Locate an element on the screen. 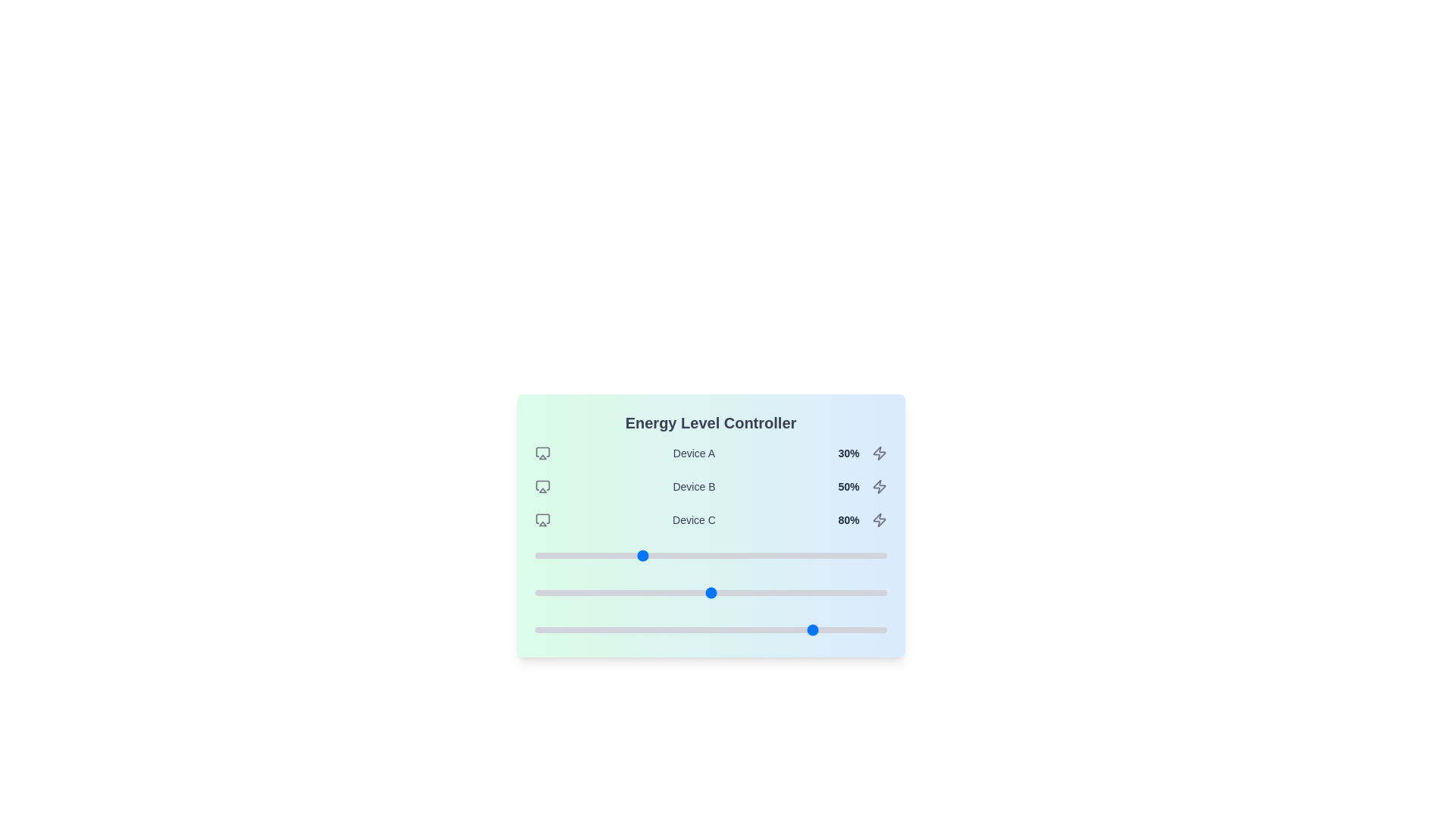  the slider for Device B to set its energy level to 30% is located at coordinates (640, 592).